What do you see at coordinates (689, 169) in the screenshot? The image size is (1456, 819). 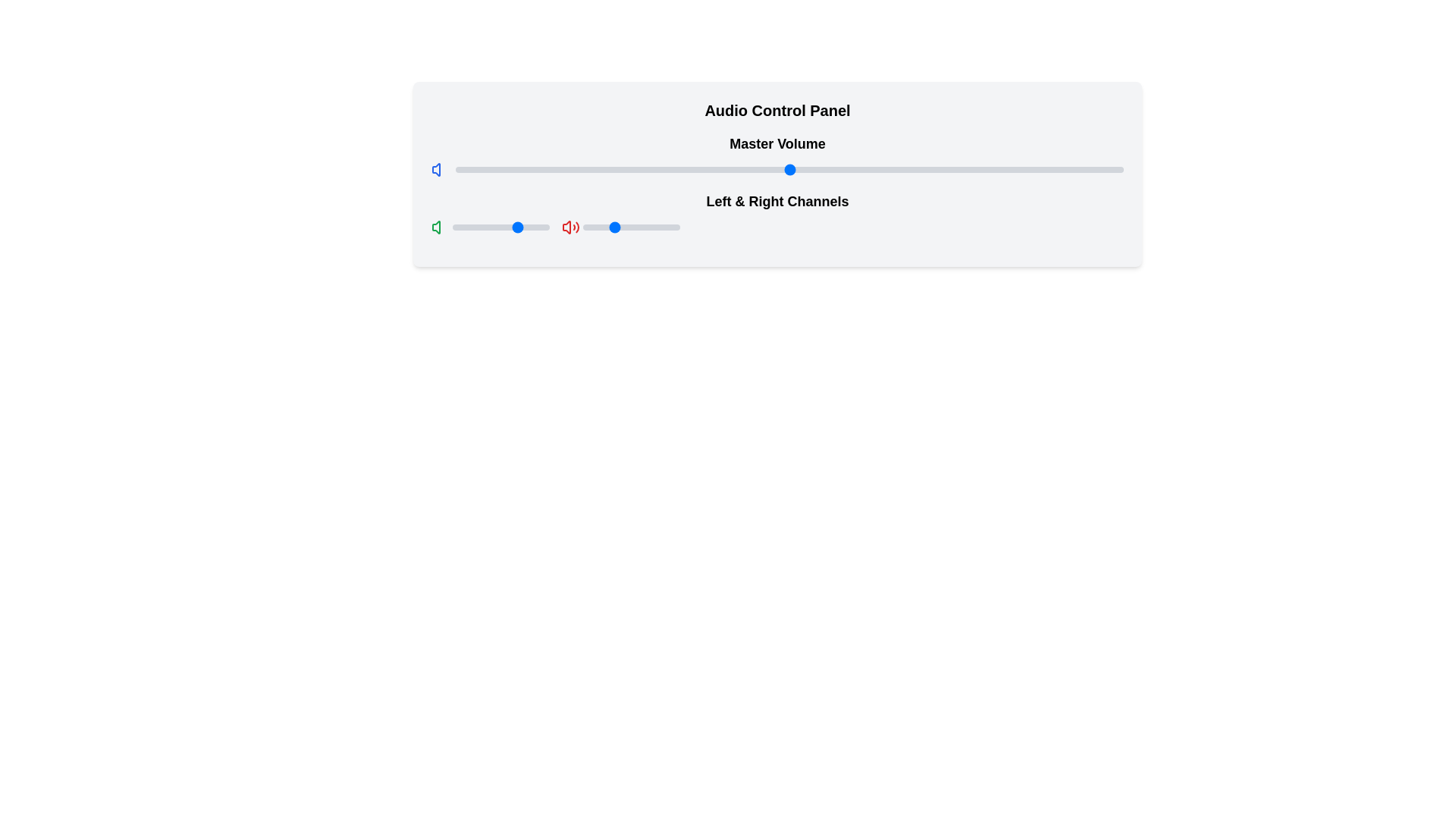 I see `the master volume level` at bounding box center [689, 169].